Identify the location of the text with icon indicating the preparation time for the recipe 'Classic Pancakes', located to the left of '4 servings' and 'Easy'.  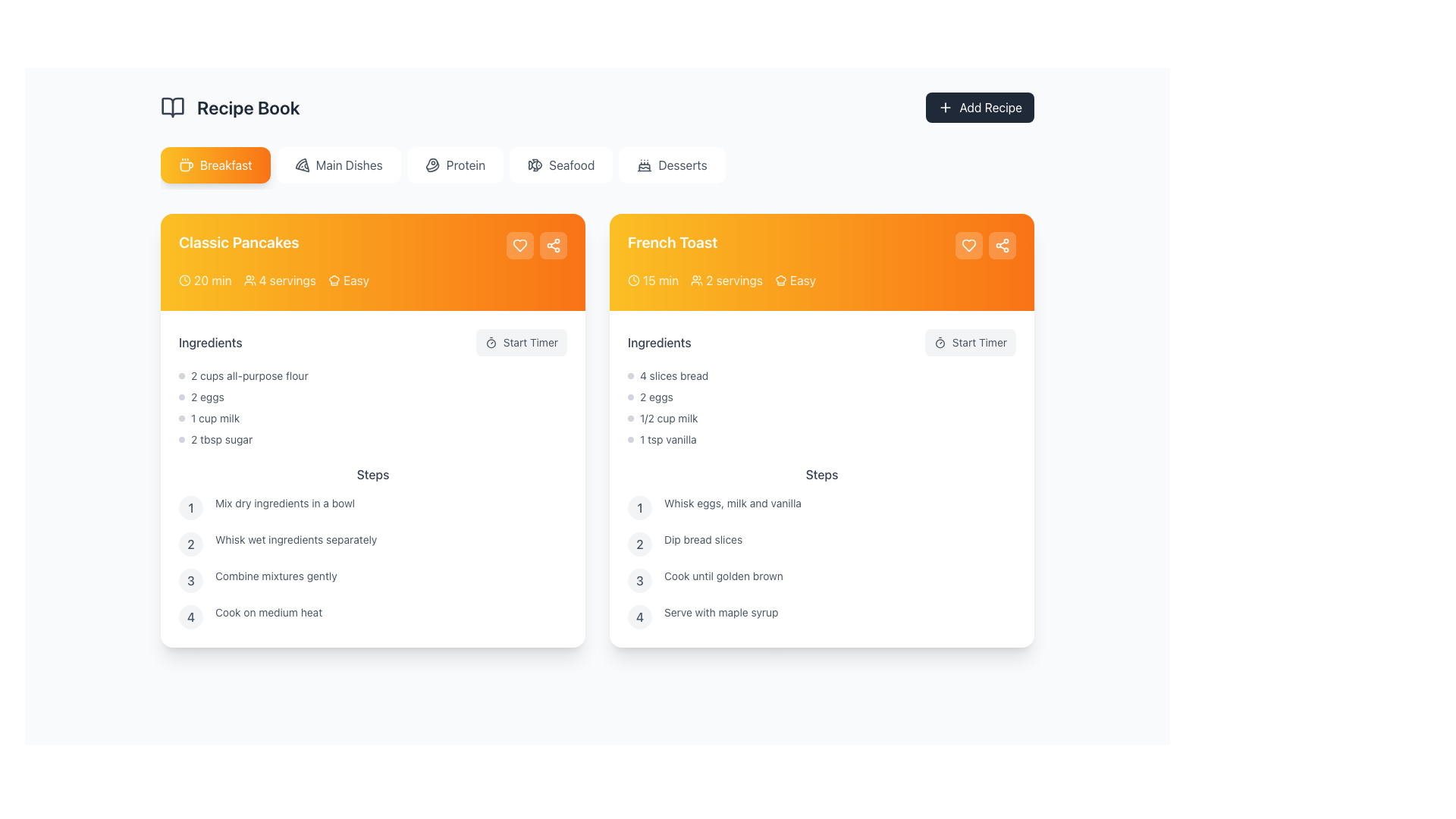
(204, 281).